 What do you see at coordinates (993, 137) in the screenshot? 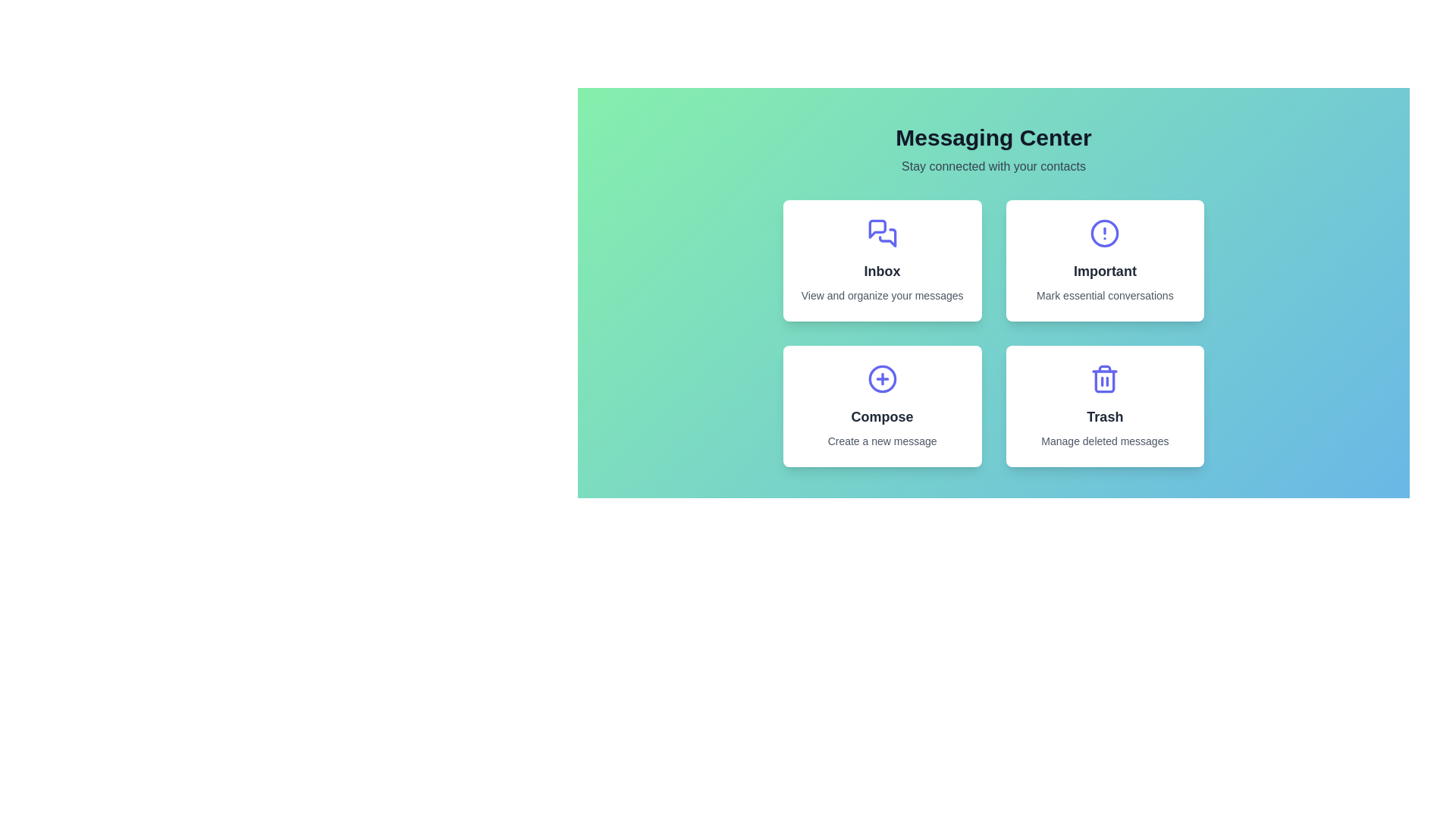
I see `the main title text label that serves as the header for the page, positioned above the subtitle 'Stay connected with your contacts'` at bounding box center [993, 137].